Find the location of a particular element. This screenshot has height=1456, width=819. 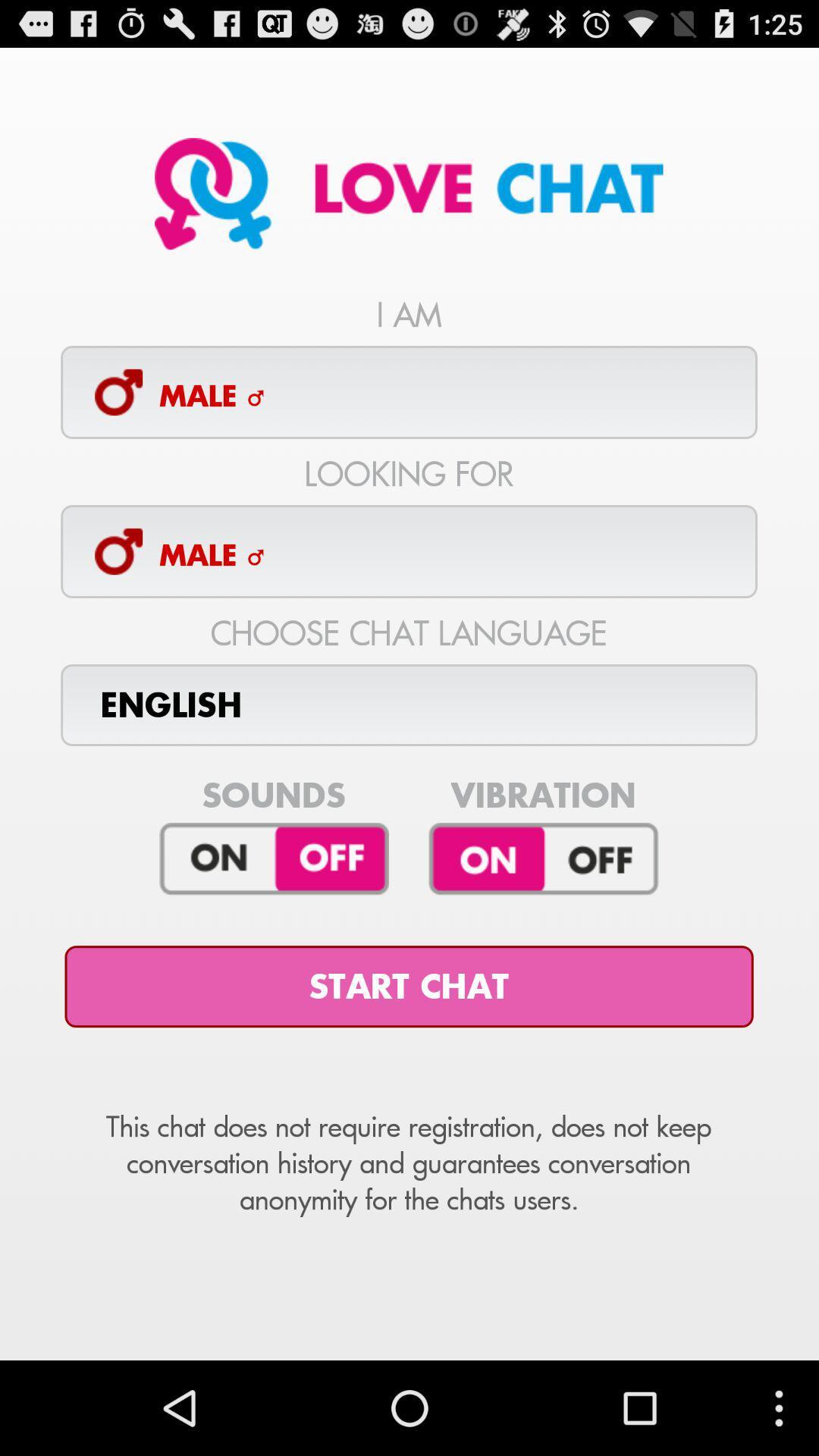

sounds on or off option is located at coordinates (274, 859).